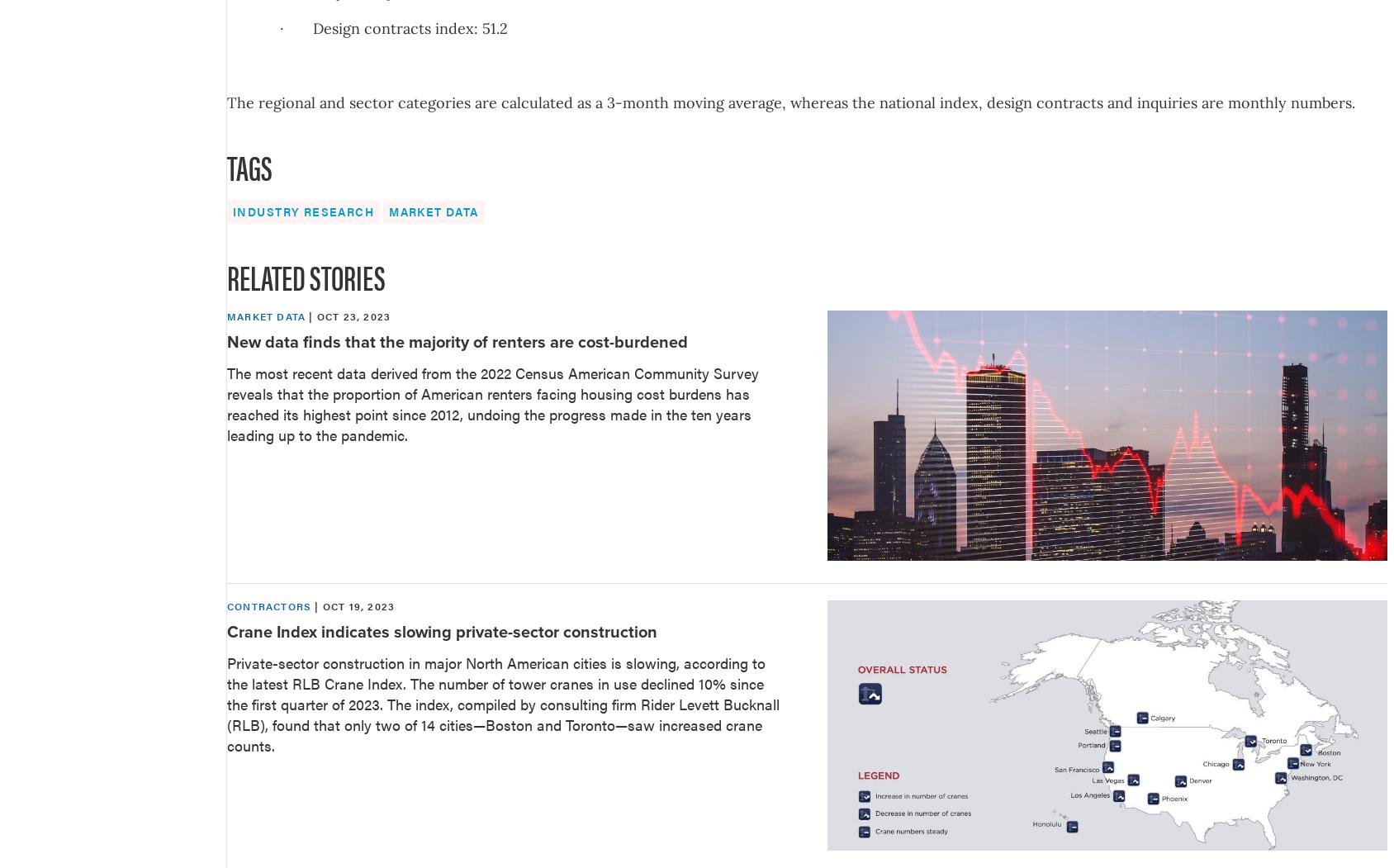 The height and width of the screenshot is (868, 1394). I want to click on 'Contractors', so click(268, 606).